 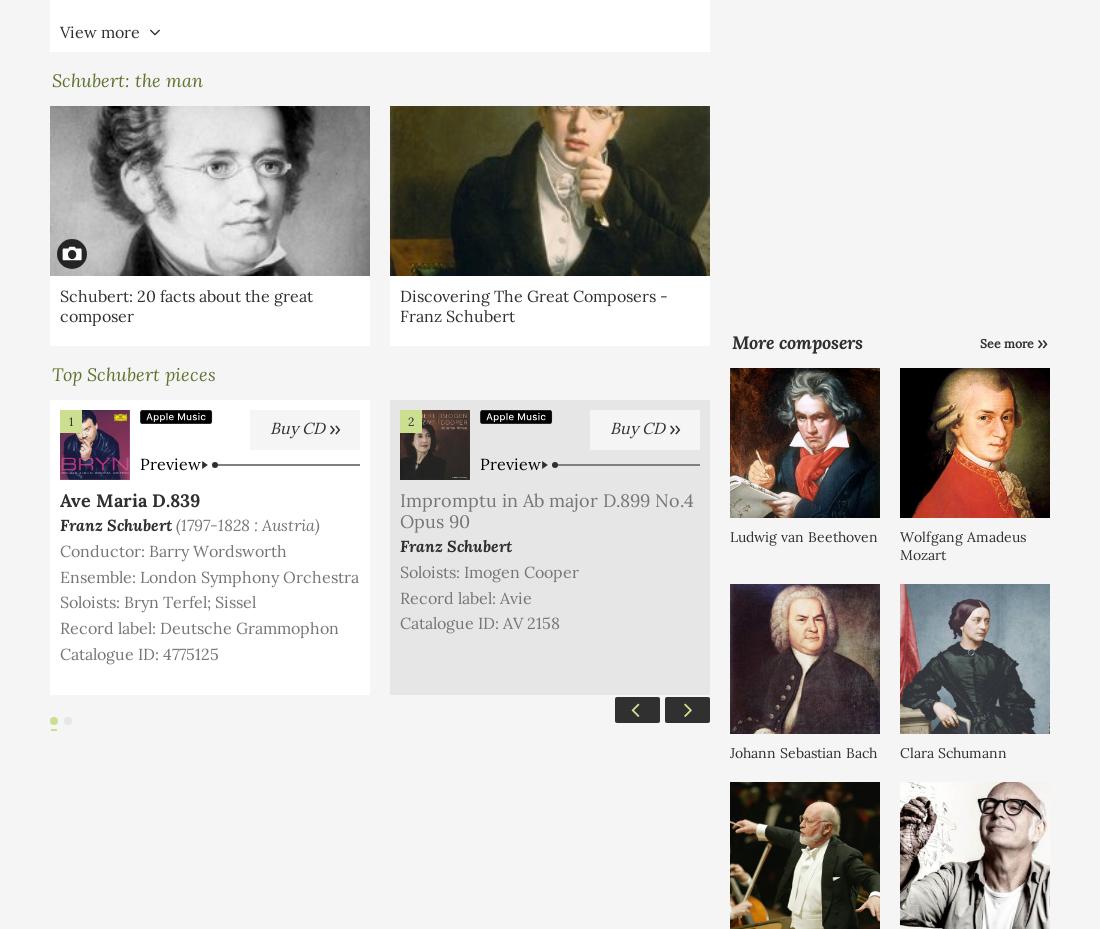 What do you see at coordinates (399, 595) in the screenshot?
I see `'Record label: Avie'` at bounding box center [399, 595].